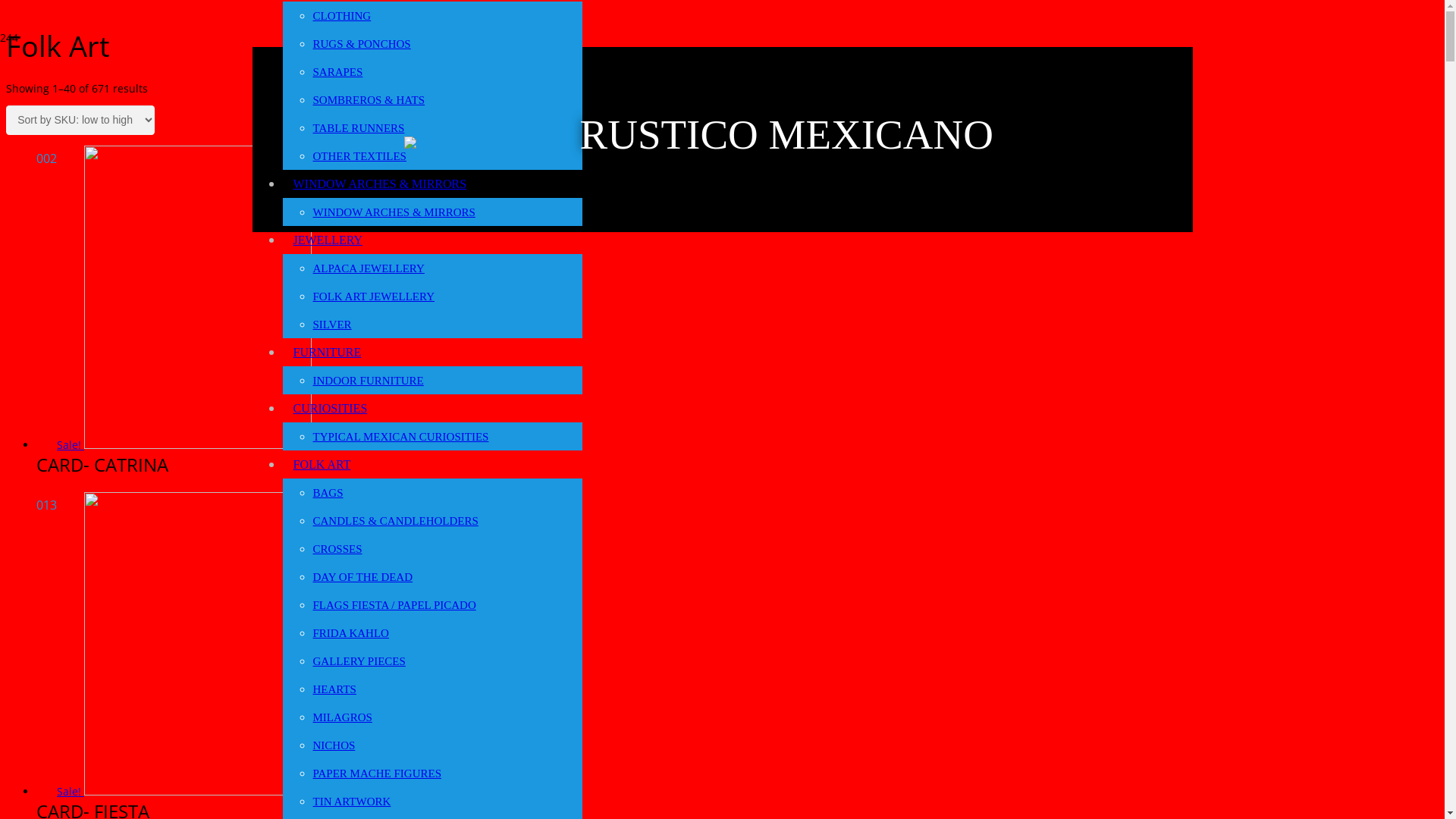 The width and height of the screenshot is (1456, 819). What do you see at coordinates (394, 604) in the screenshot?
I see `'FLAGS FIESTA / PAPEL PICADO'` at bounding box center [394, 604].